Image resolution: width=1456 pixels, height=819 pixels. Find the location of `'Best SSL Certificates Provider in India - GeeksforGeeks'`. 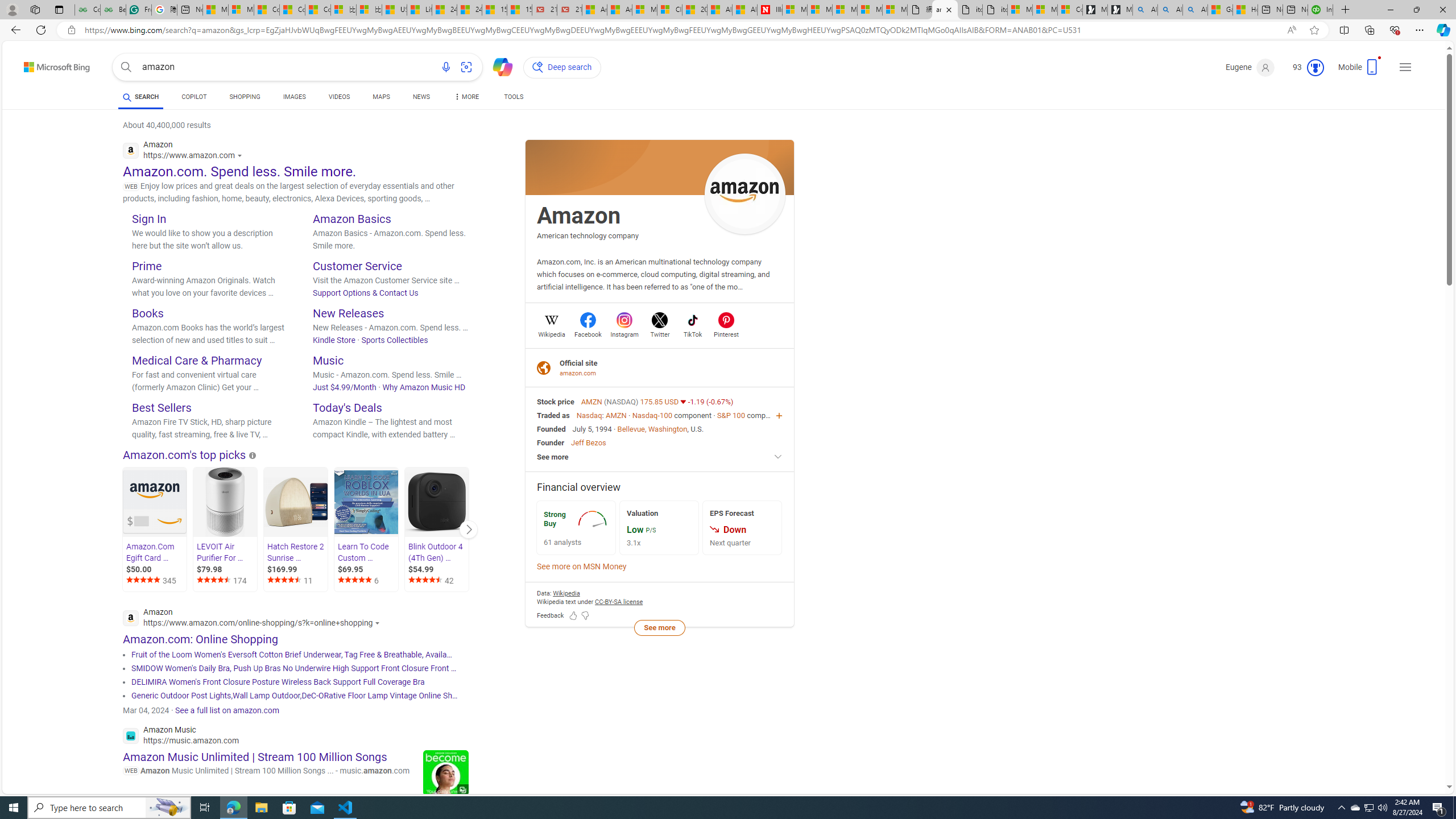

'Best SSL Certificates Provider in India - GeeksforGeeks' is located at coordinates (113, 9).